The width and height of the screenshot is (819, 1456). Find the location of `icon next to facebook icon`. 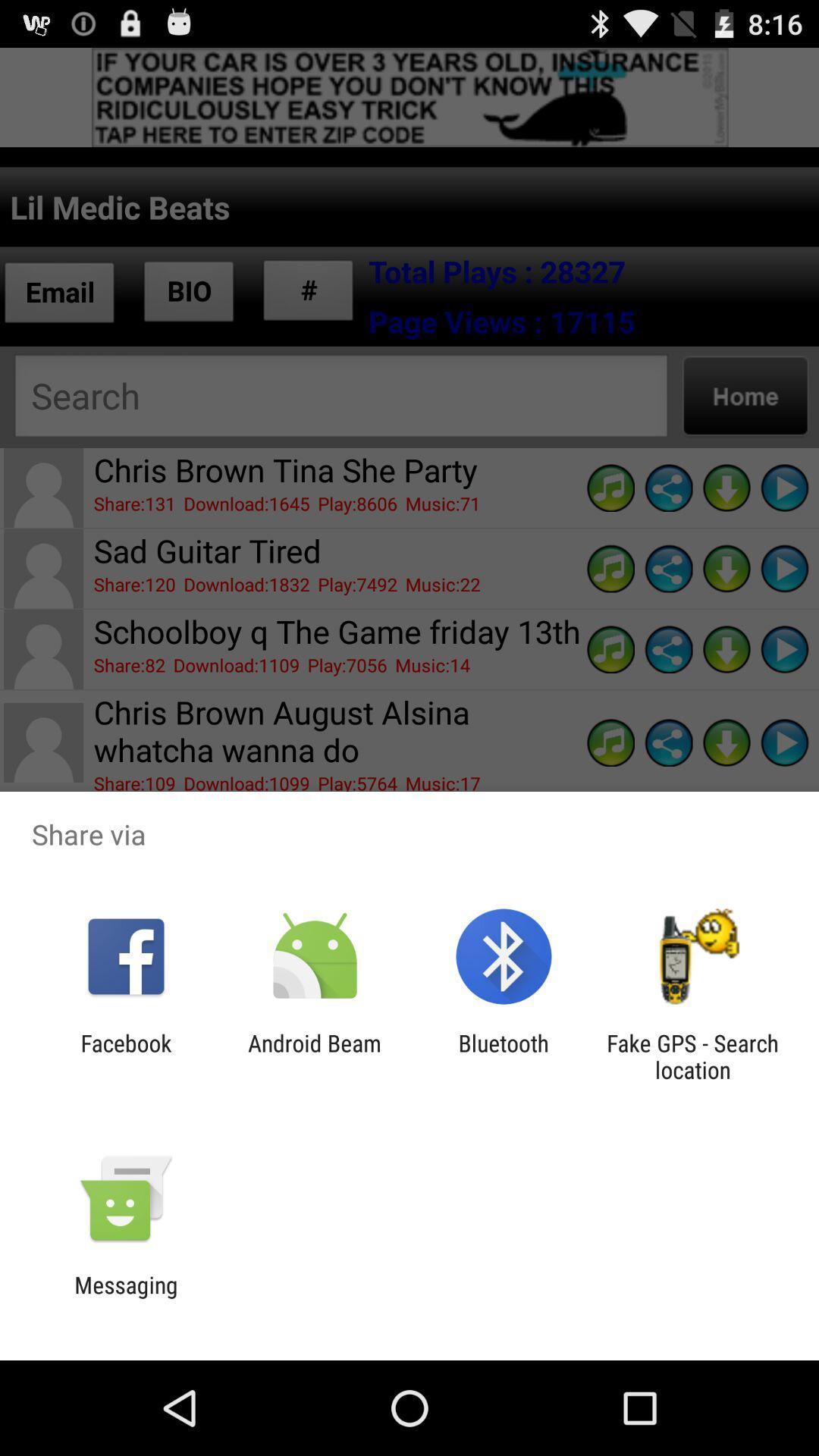

icon next to facebook icon is located at coordinates (314, 1056).